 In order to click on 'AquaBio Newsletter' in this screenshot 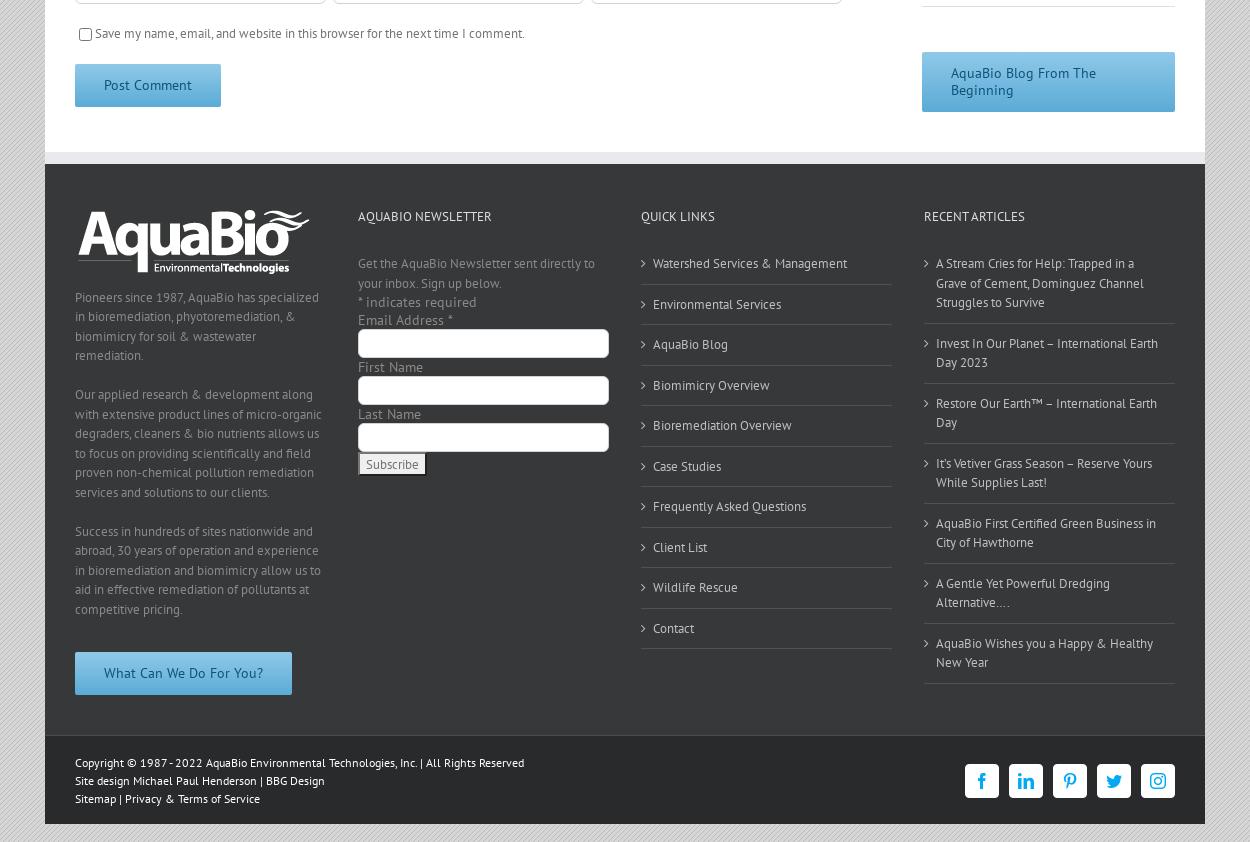, I will do `click(425, 215)`.